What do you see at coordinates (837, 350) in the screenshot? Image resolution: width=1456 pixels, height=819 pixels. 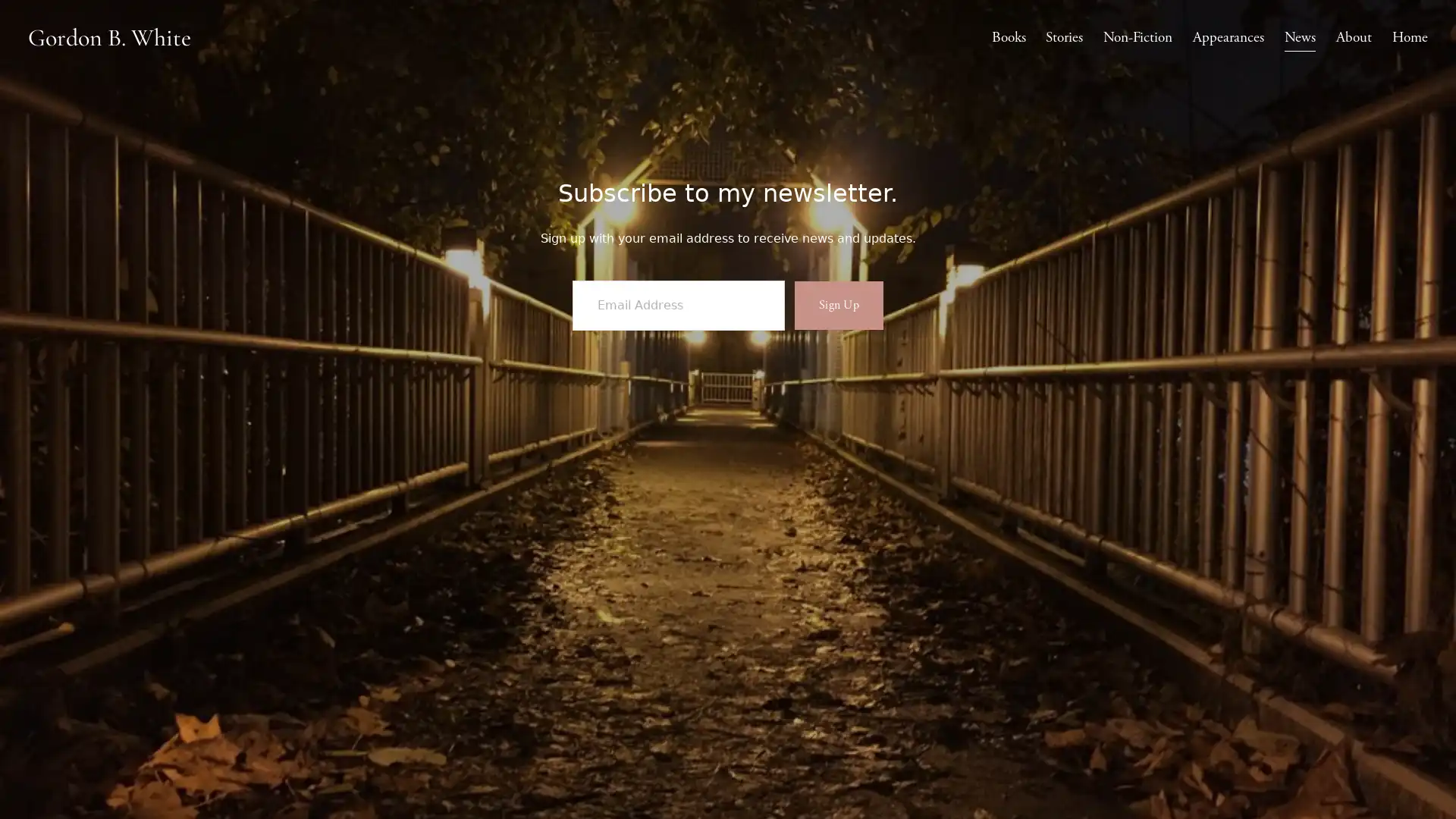 I see `Sign Up` at bounding box center [837, 350].